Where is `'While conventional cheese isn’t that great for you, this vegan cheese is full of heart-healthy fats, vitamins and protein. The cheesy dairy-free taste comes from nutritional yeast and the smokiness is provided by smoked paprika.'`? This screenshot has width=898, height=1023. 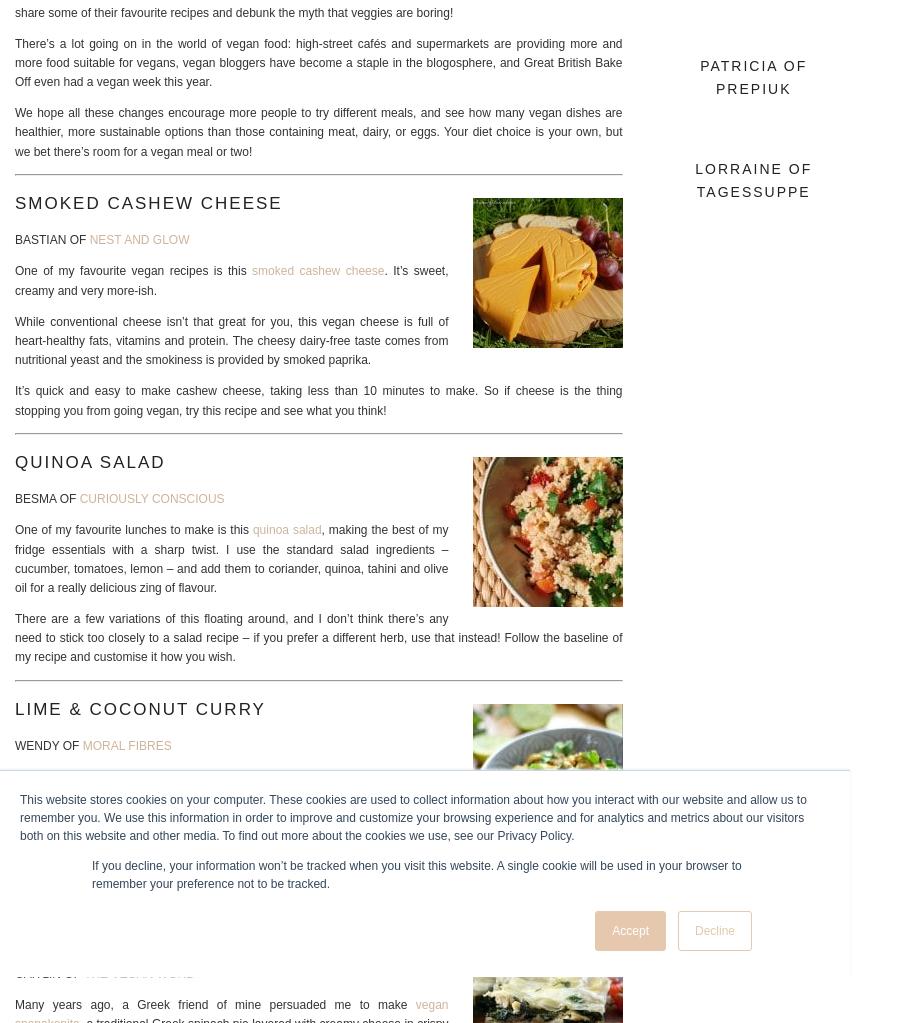 'While conventional cheese isn’t that great for you, this vegan cheese is full of heart-healthy fats, vitamins and protein. The cheesy dairy-free taste comes from nutritional yeast and the smokiness is provided by smoked paprika.' is located at coordinates (231, 340).